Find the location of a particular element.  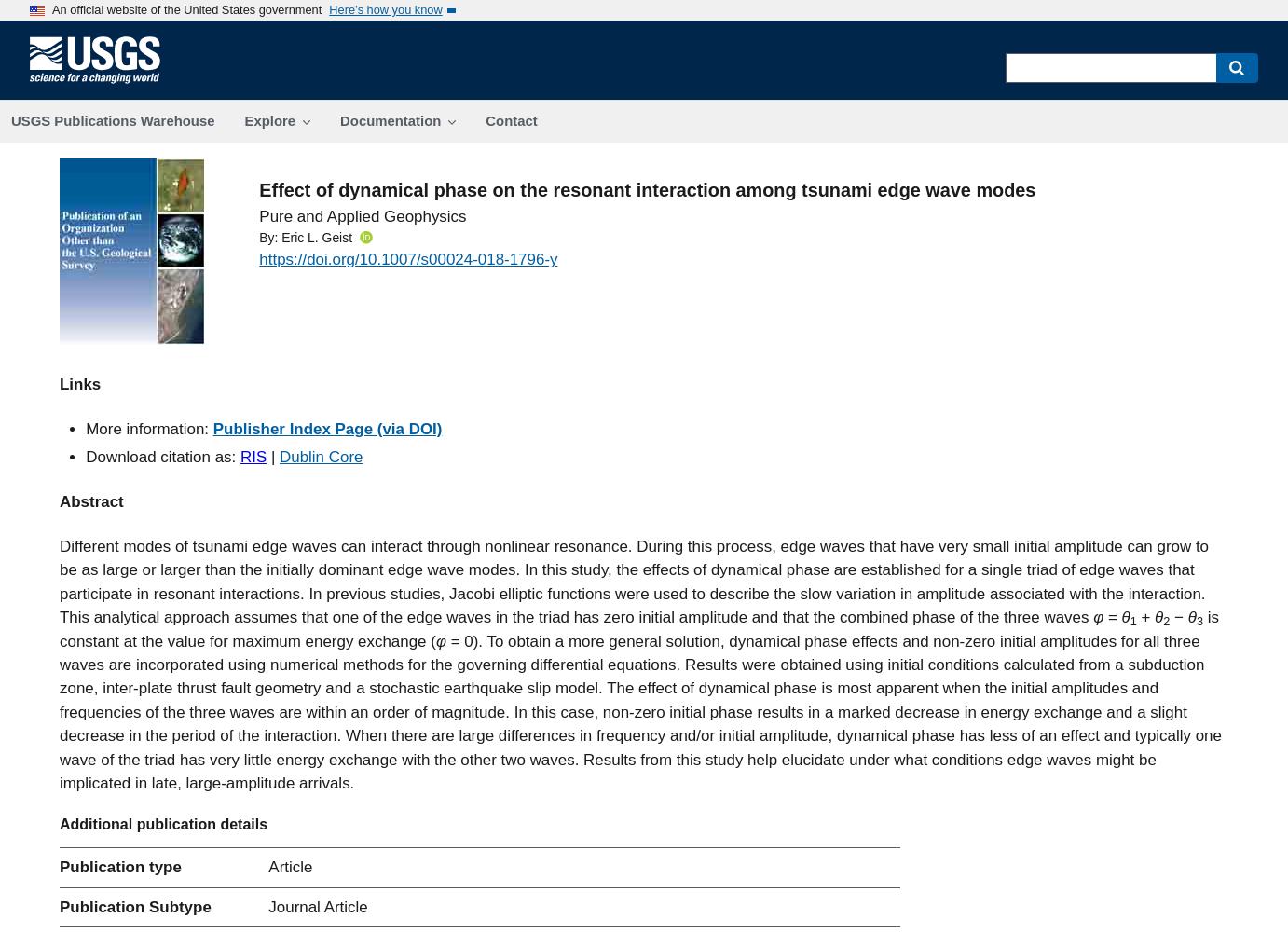

'Publisher Index Page (via DOI)' is located at coordinates (327, 428).